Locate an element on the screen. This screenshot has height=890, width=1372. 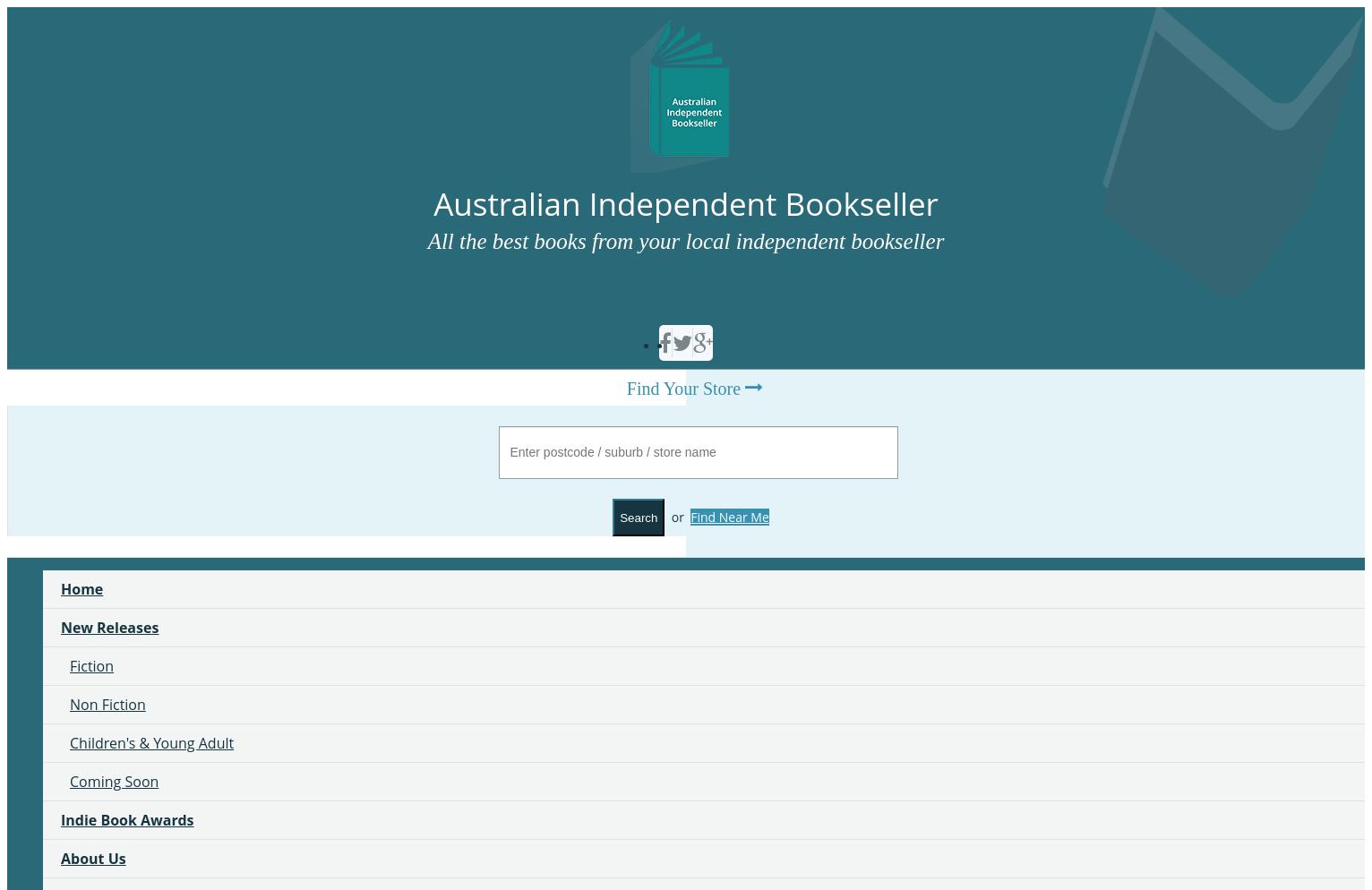
'Non Fiction' is located at coordinates (69, 703).